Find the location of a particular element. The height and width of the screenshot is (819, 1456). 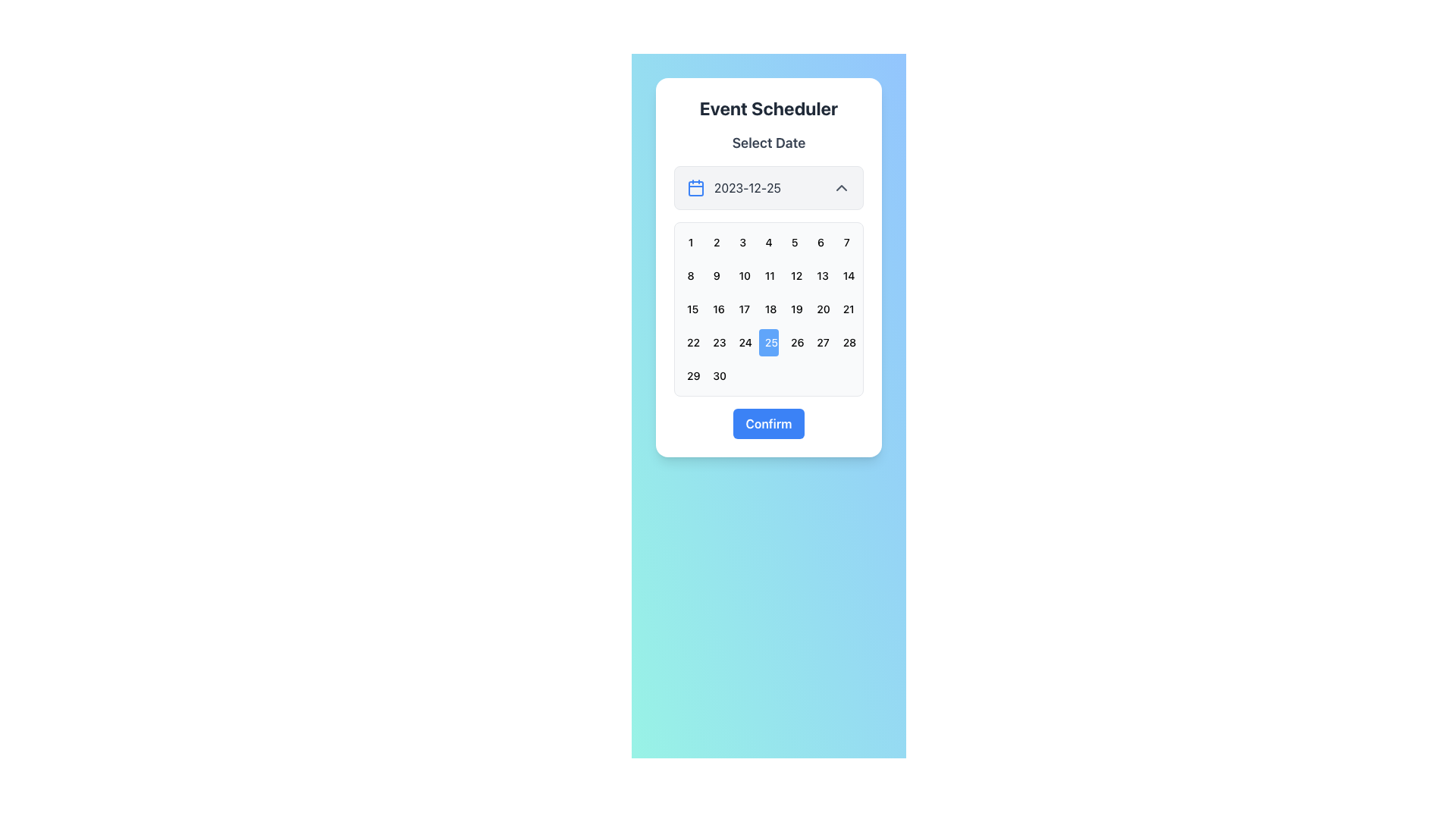

the date selection button for December 25, 2023, located in the last row, fourth column of the calendar grid is located at coordinates (768, 342).